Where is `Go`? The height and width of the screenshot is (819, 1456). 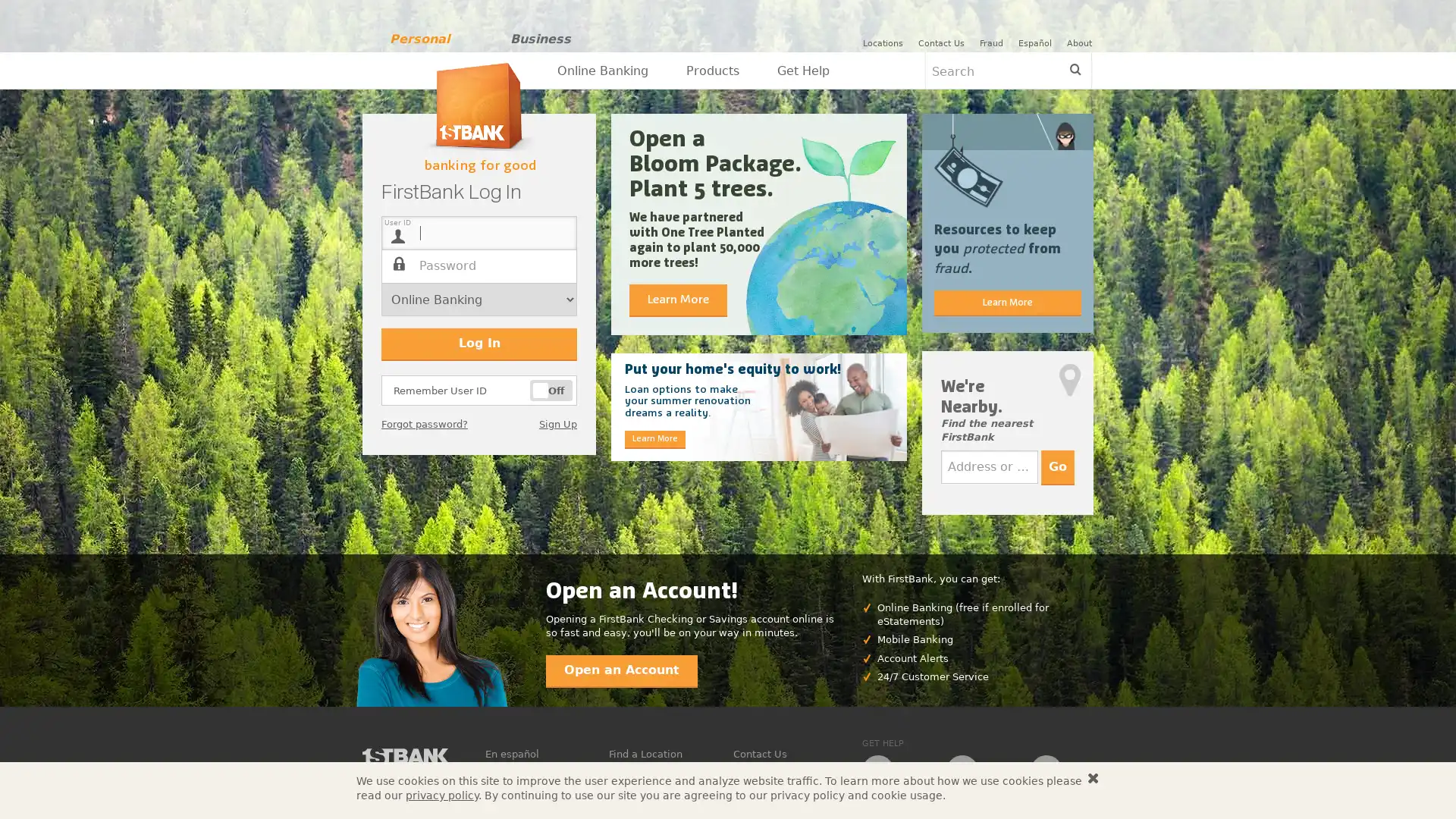
Go is located at coordinates (1057, 466).